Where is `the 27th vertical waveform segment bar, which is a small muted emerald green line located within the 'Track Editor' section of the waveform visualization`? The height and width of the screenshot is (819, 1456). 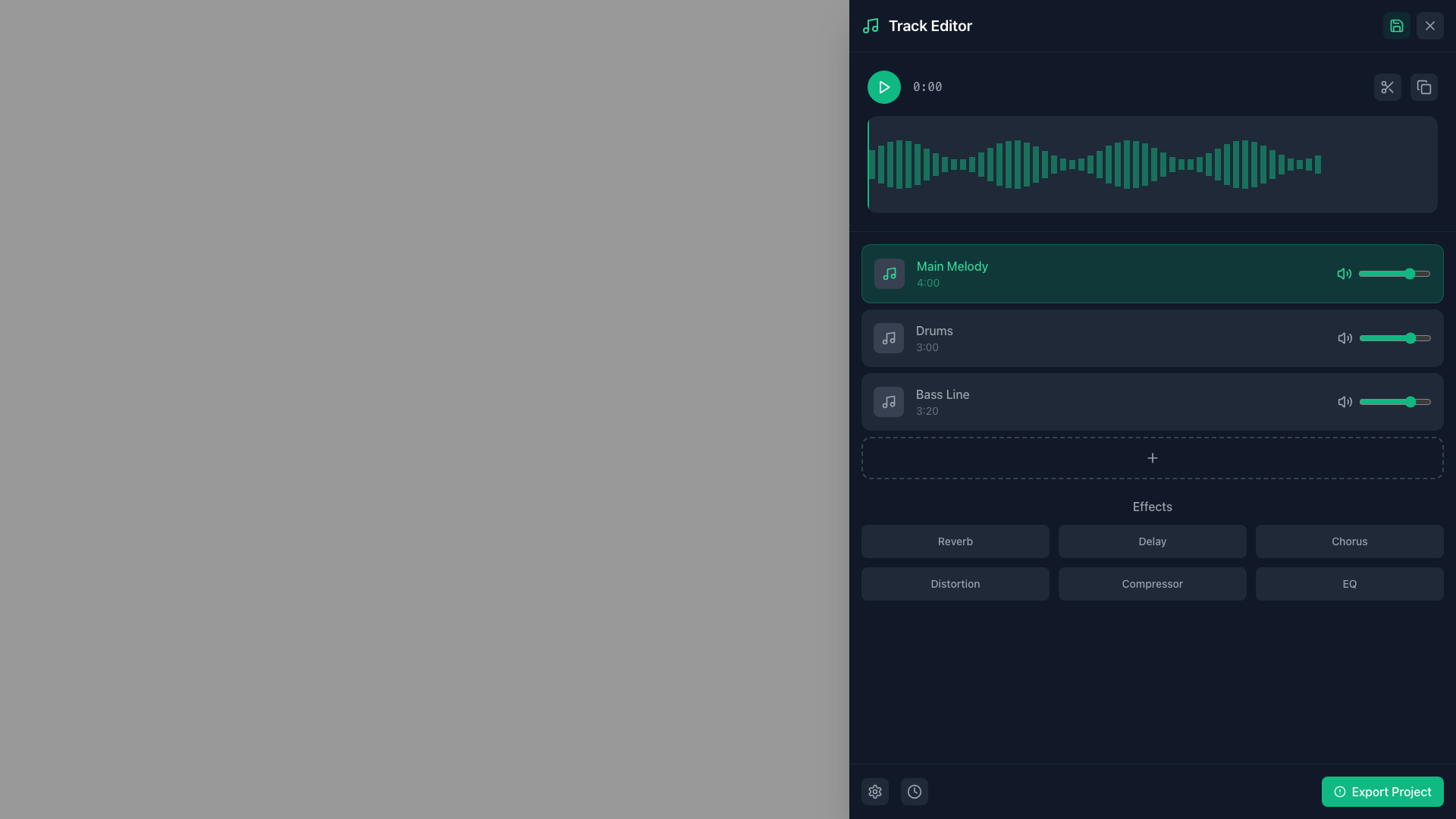 the 27th vertical waveform segment bar, which is a small muted emerald green line located within the 'Track Editor' section of the waveform visualization is located at coordinates (1090, 164).